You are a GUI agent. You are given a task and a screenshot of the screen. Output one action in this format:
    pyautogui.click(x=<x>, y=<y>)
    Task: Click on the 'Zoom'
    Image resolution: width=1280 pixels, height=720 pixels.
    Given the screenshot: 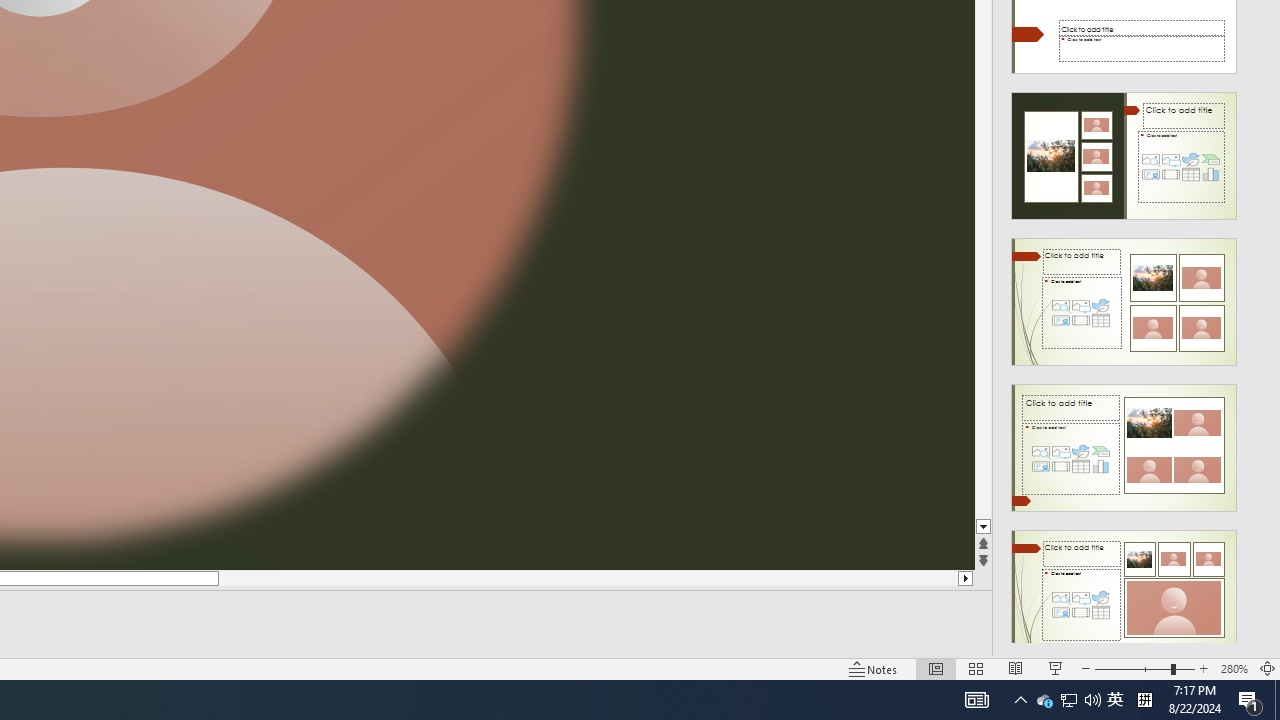 What is the action you would take?
    pyautogui.click(x=1144, y=669)
    